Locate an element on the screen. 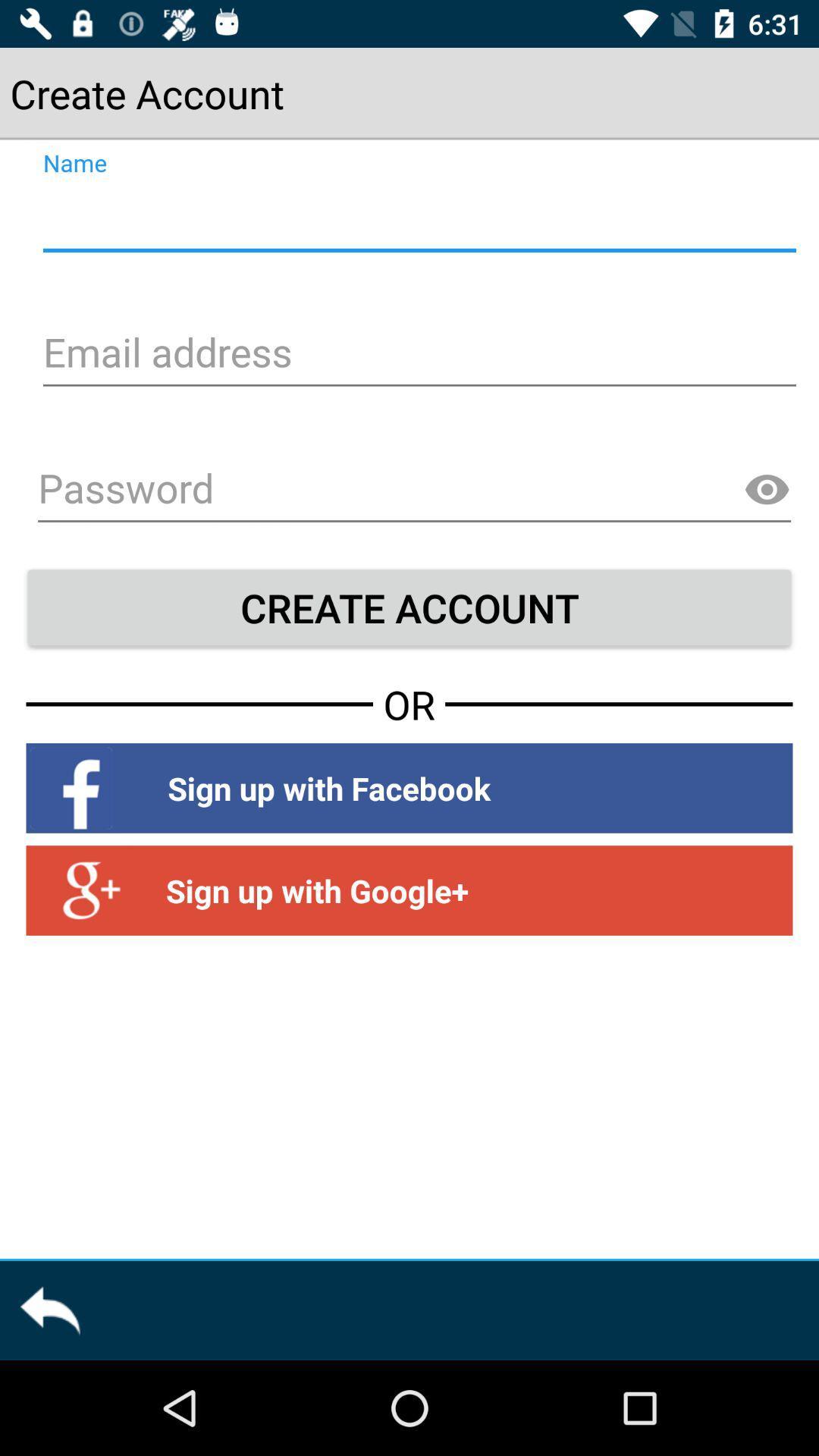 The width and height of the screenshot is (819, 1456). the icon above create account item is located at coordinates (767, 490).